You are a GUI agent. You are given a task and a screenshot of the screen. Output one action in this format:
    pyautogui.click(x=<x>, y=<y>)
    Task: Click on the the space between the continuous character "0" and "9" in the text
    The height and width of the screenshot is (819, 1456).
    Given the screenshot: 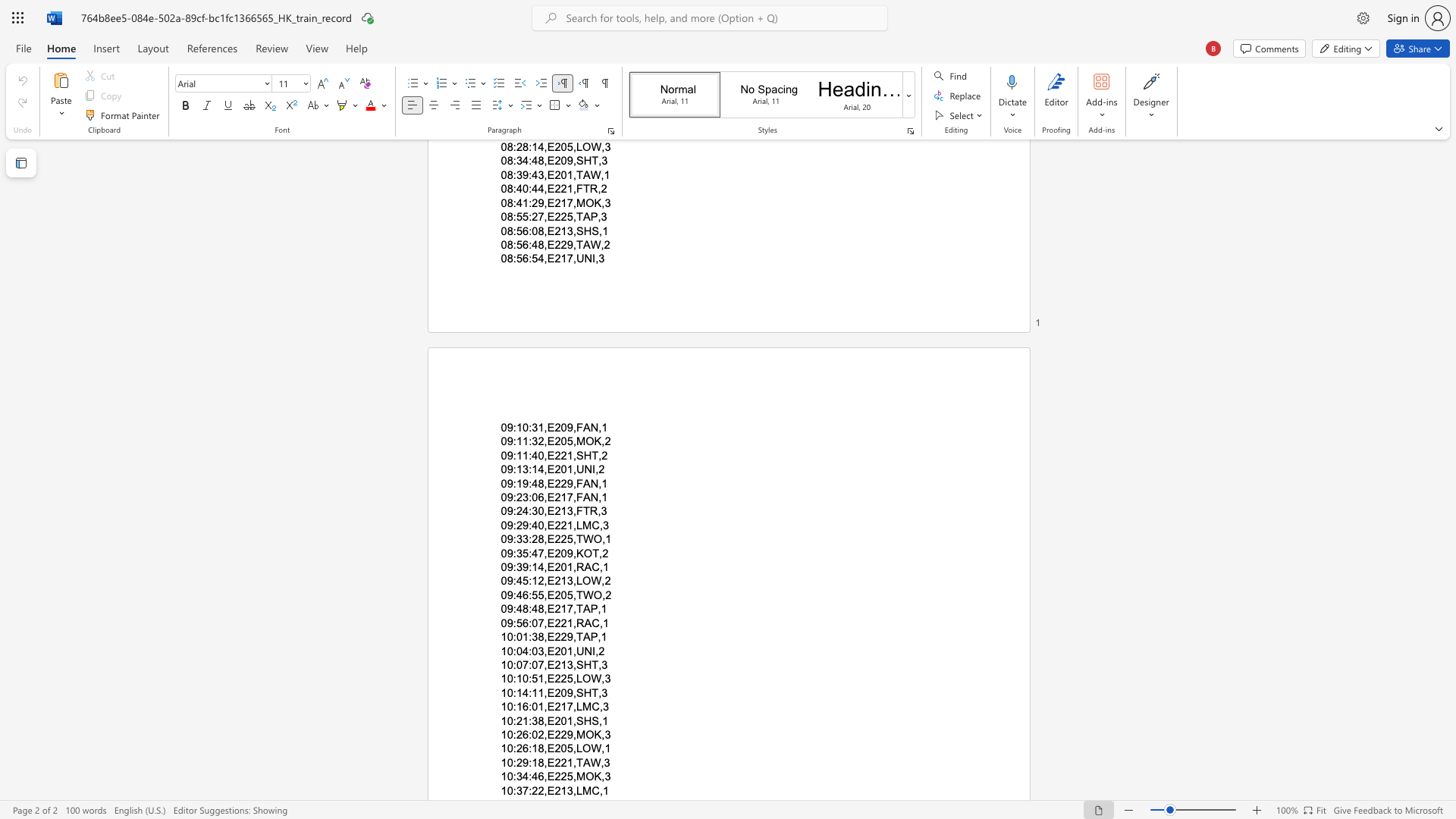 What is the action you would take?
    pyautogui.click(x=566, y=692)
    